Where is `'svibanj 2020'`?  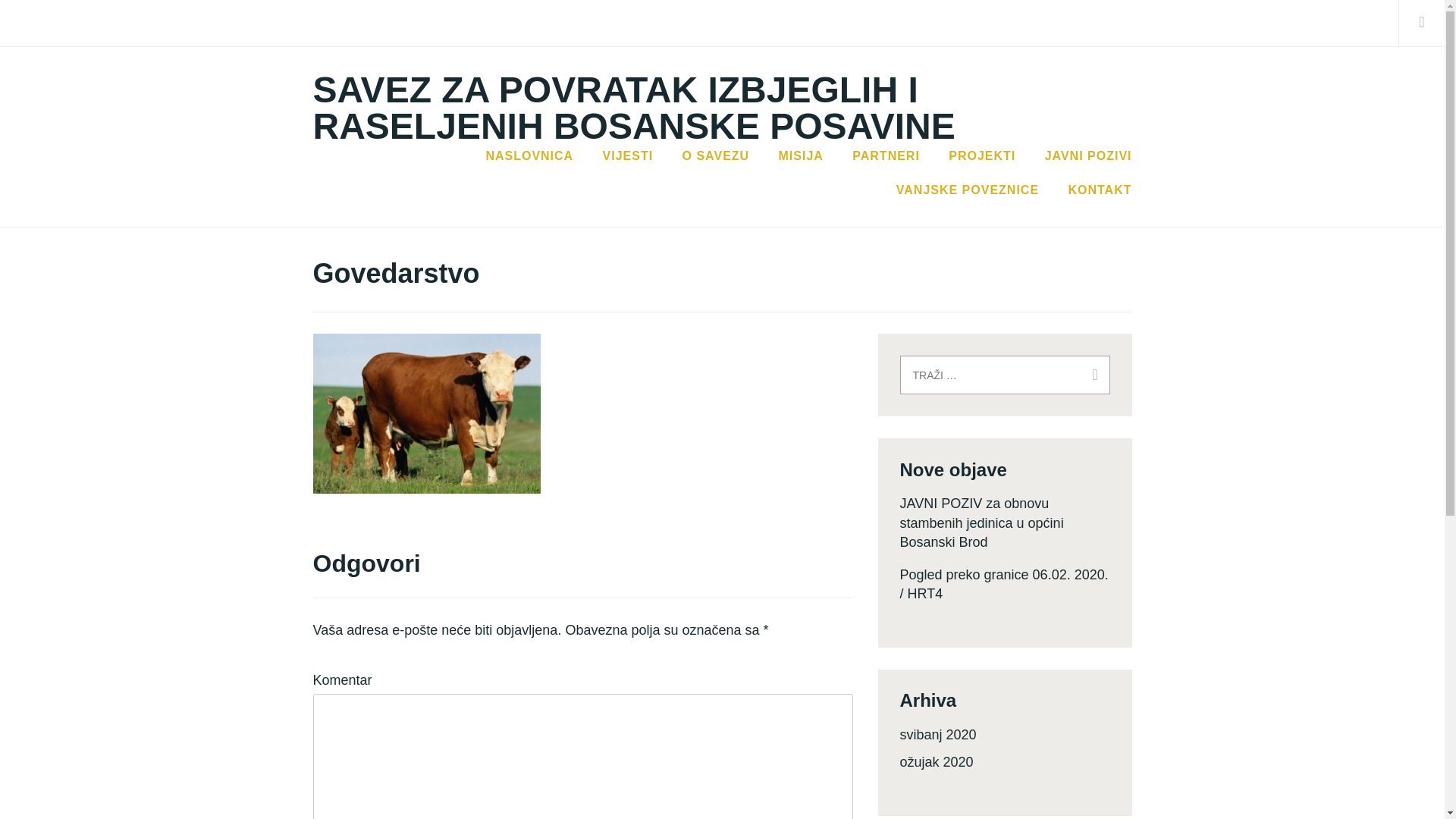
'svibanj 2020' is located at coordinates (937, 733).